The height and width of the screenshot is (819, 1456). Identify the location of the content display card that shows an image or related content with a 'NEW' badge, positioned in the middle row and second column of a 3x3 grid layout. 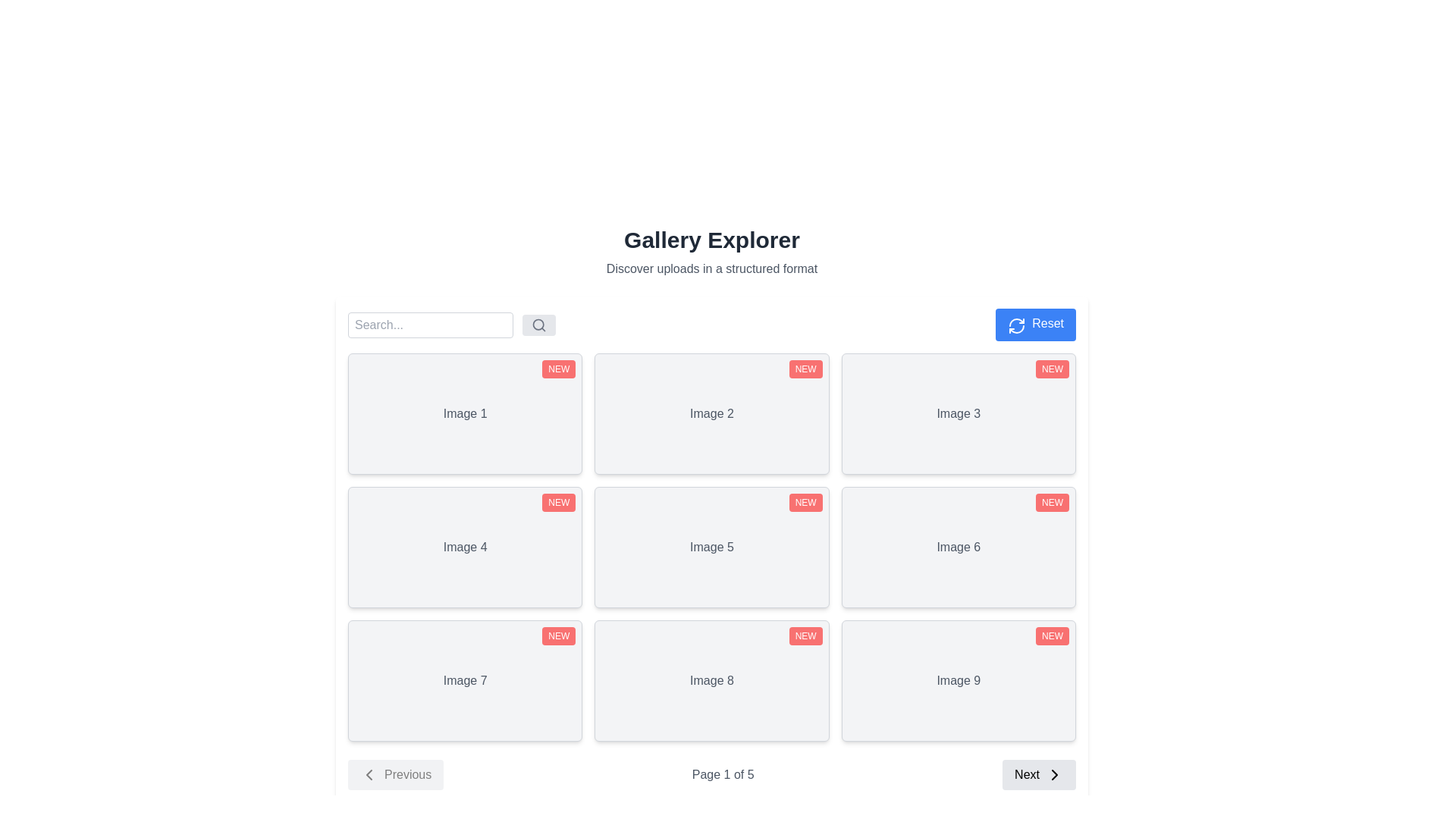
(711, 547).